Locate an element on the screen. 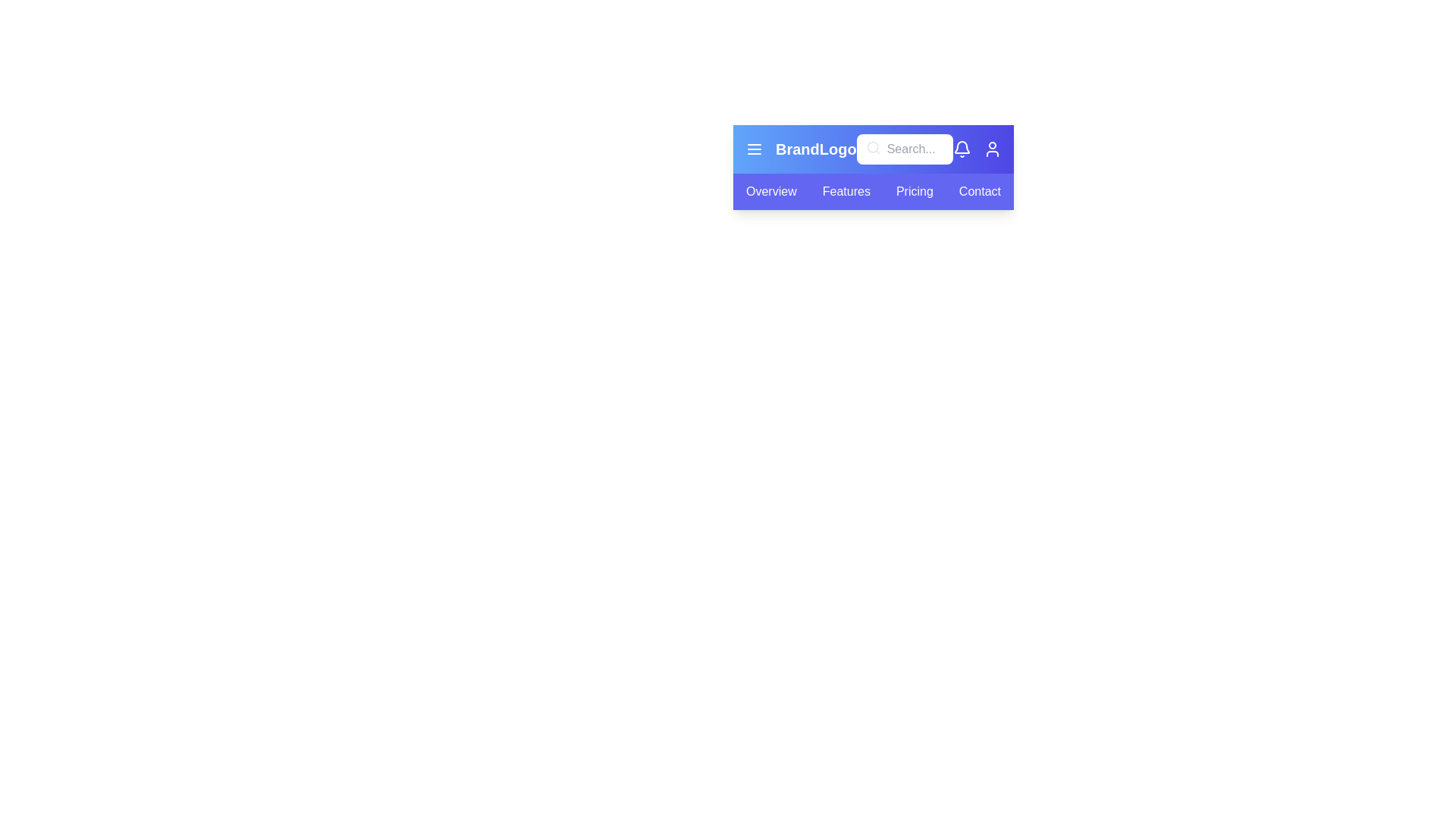 Image resolution: width=1456 pixels, height=819 pixels. the tab labeled Contact from the navigation bar is located at coordinates (980, 191).